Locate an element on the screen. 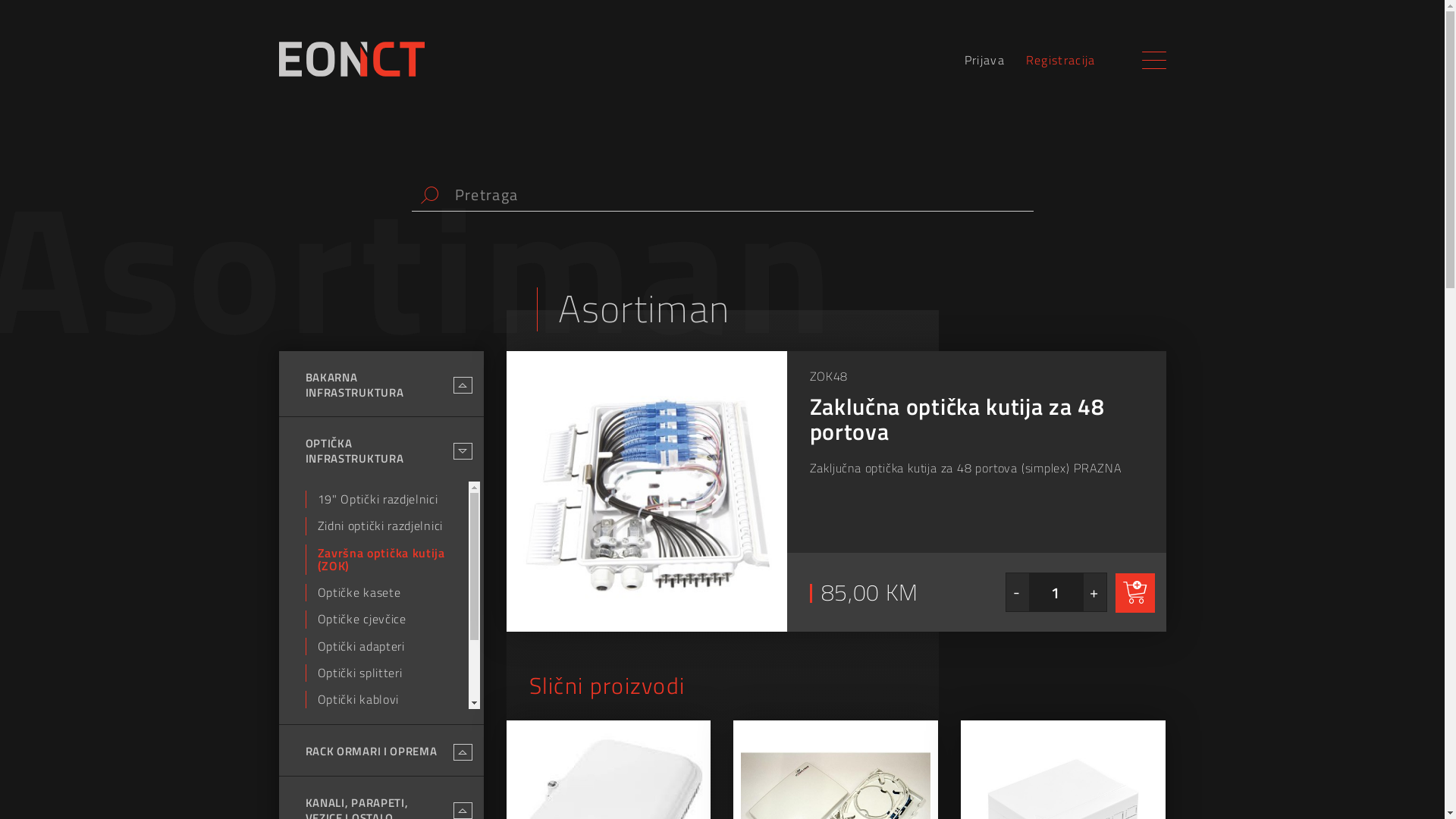 The image size is (1456, 819). 'Registracija' is located at coordinates (1059, 59).